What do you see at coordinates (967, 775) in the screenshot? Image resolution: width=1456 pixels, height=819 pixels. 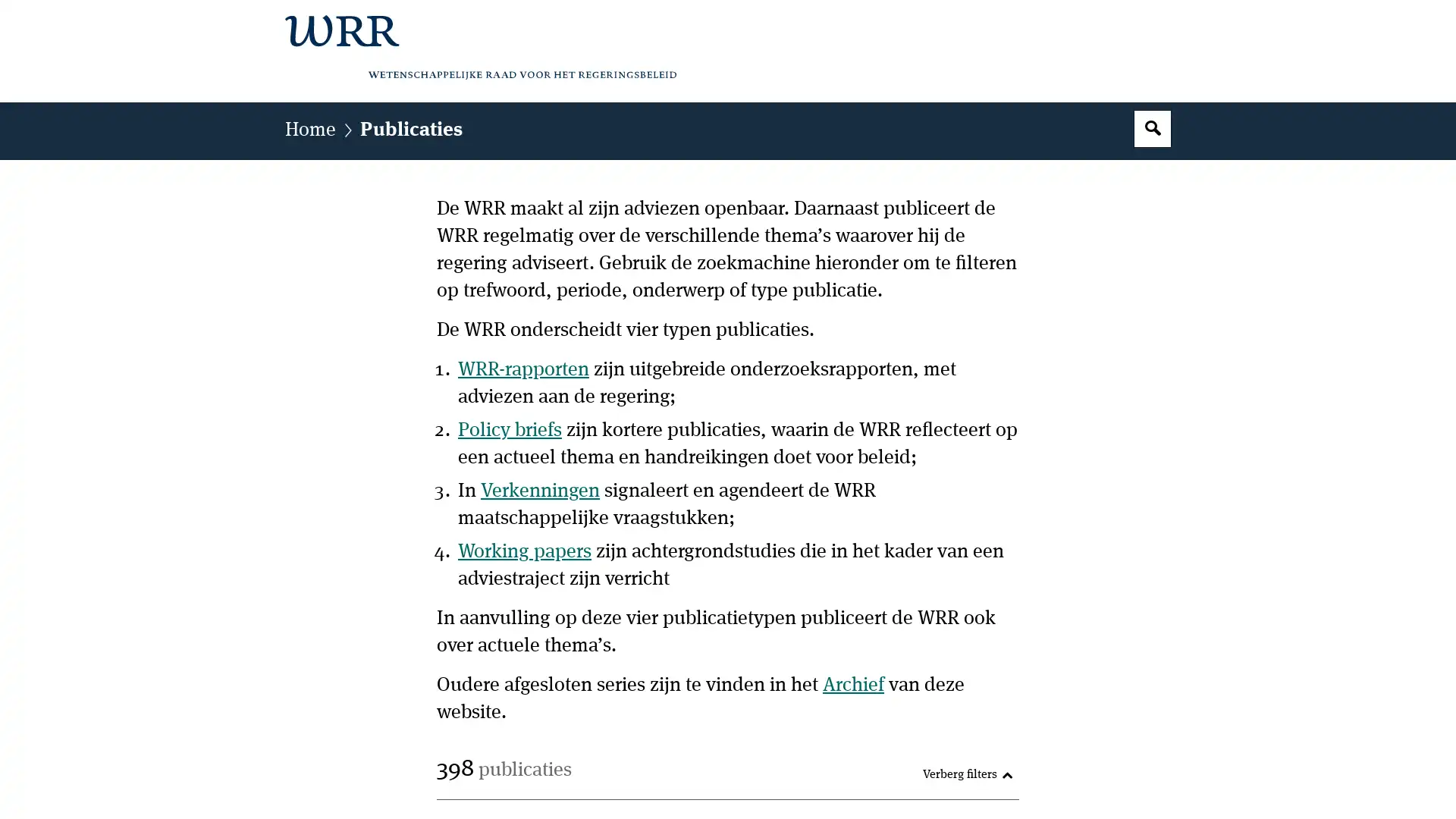 I see `Verberg filters` at bounding box center [967, 775].